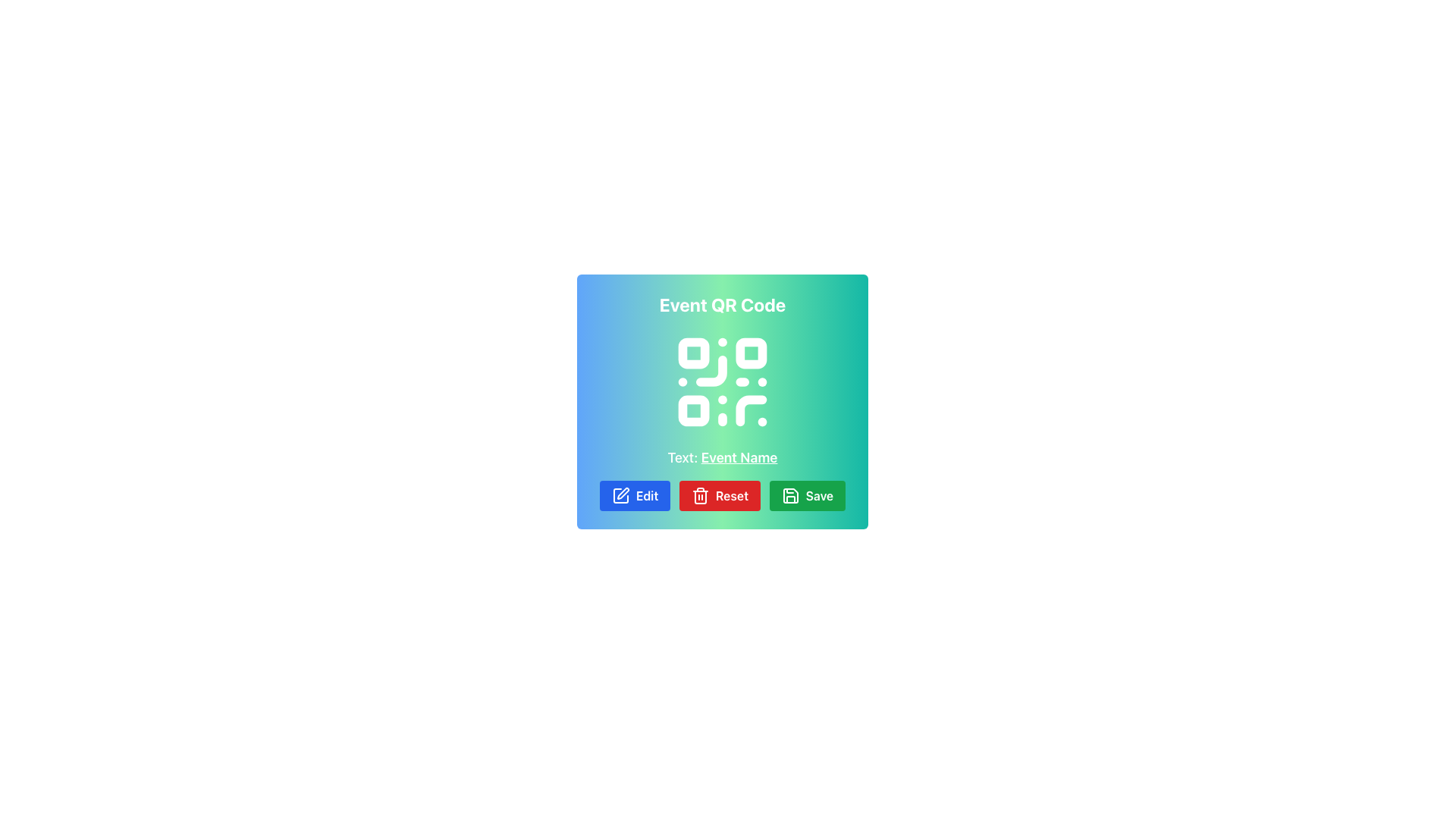  What do you see at coordinates (620, 496) in the screenshot?
I see `the 'Edit' icon located to the left of the 'Edit' text within the button group below the 'Event QR Code' section` at bounding box center [620, 496].